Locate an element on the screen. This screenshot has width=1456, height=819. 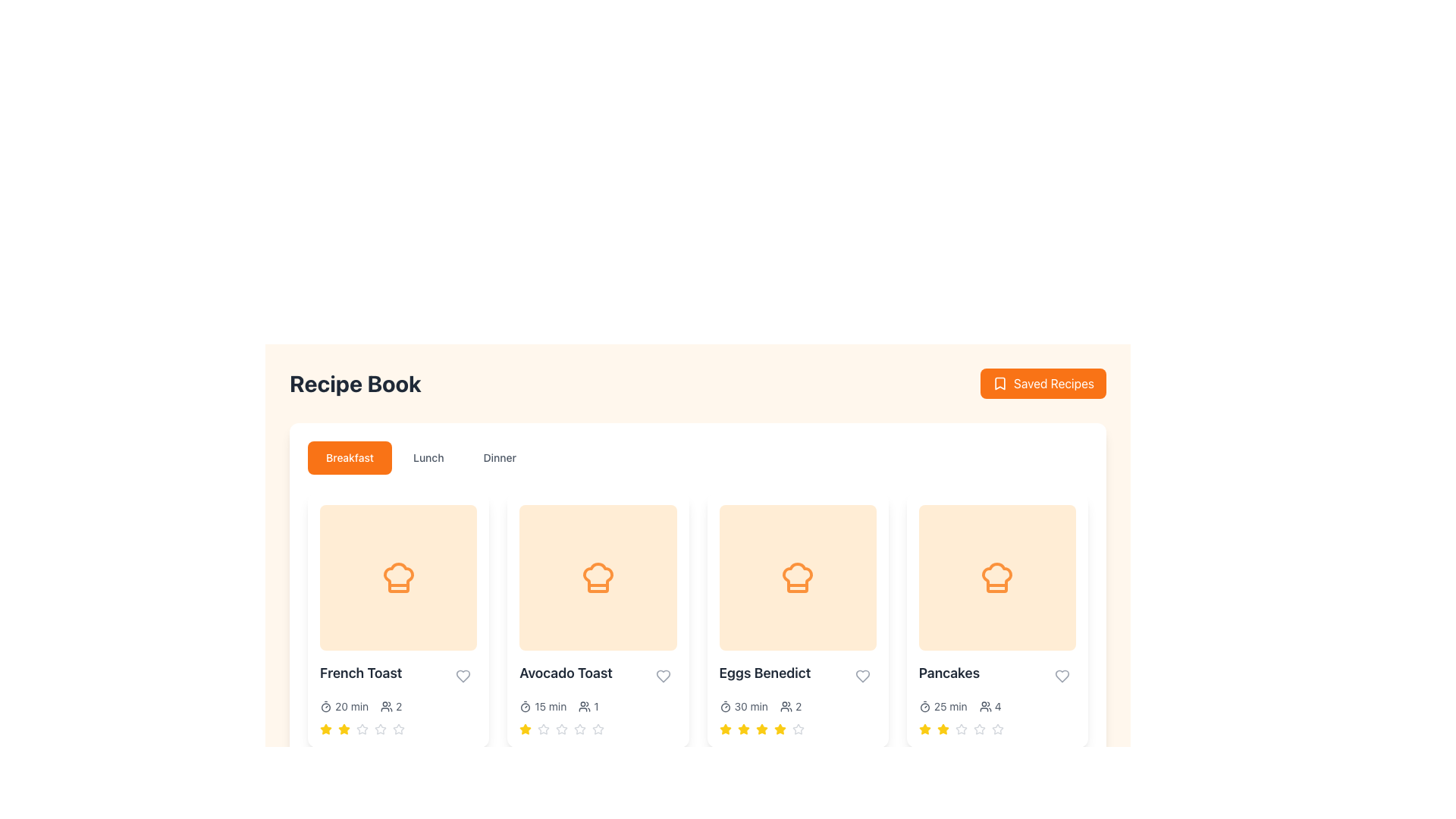
the 'French Toast' text label which is the title of the first recipe card in the Breakfast category is located at coordinates (398, 675).